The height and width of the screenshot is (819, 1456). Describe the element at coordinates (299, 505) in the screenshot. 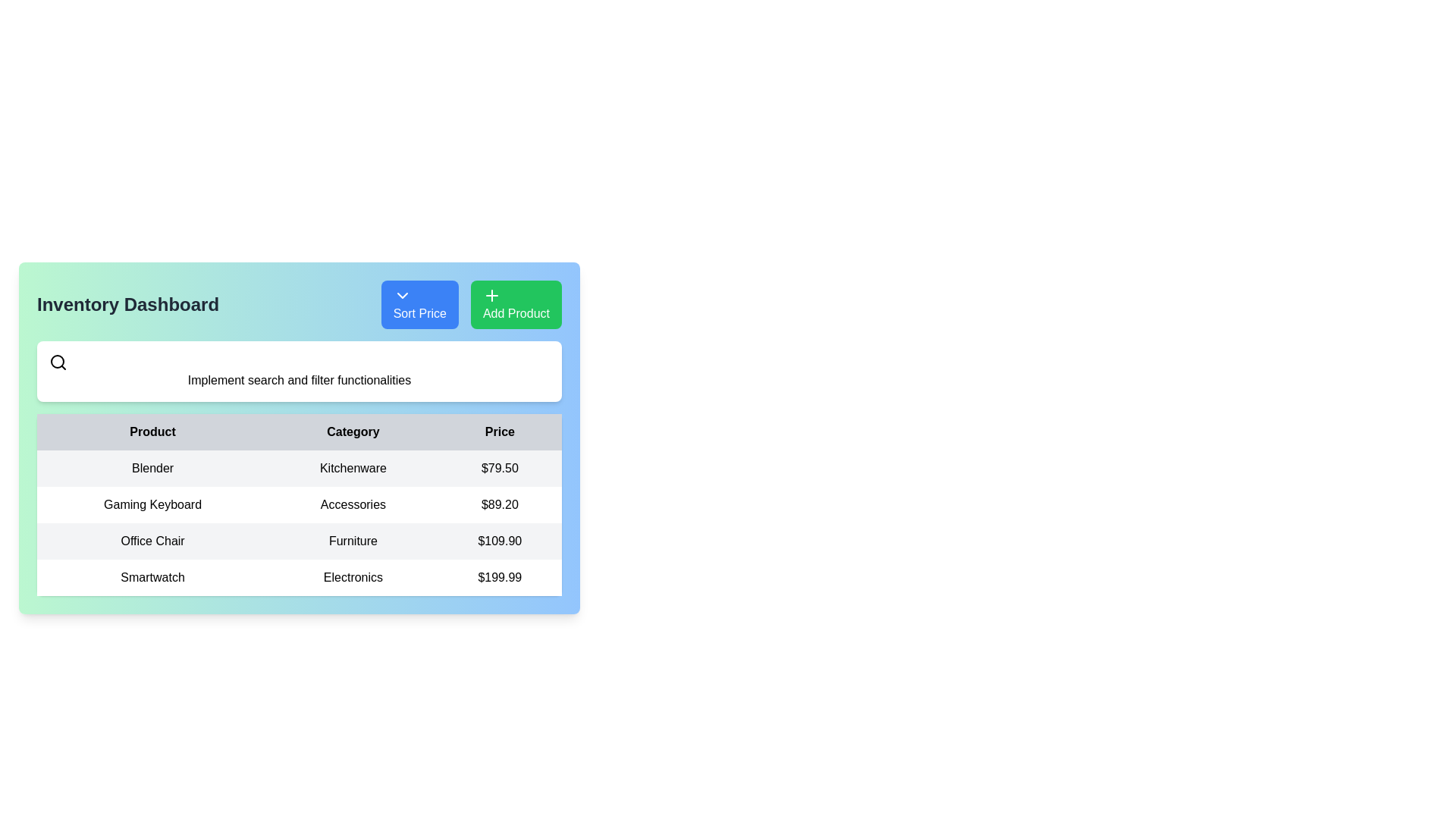

I see `the Information display row containing the product 'Gaming Keyboard', category 'Accessories', and price '$89.20'` at that location.